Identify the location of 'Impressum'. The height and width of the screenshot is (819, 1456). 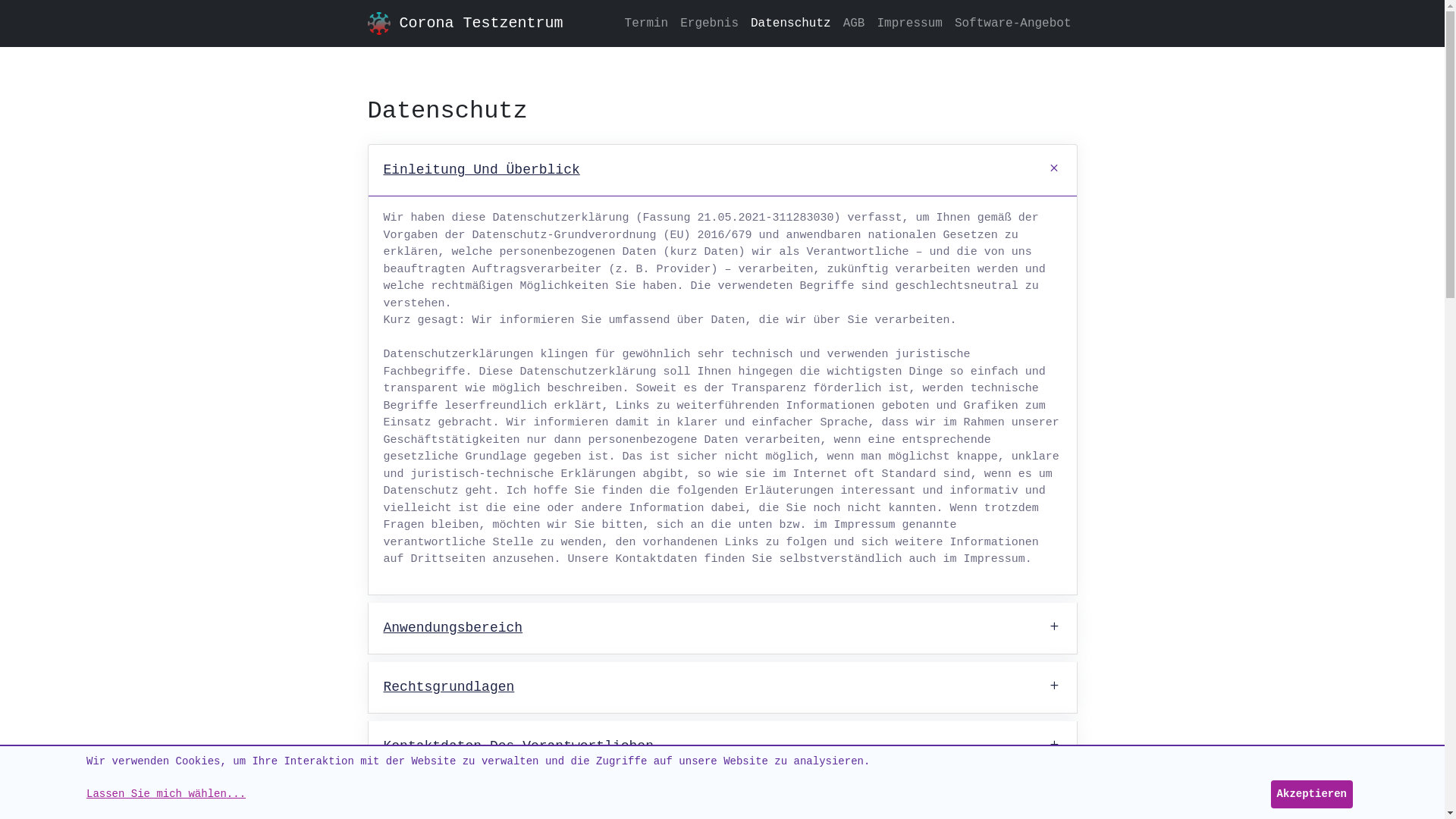
(909, 23).